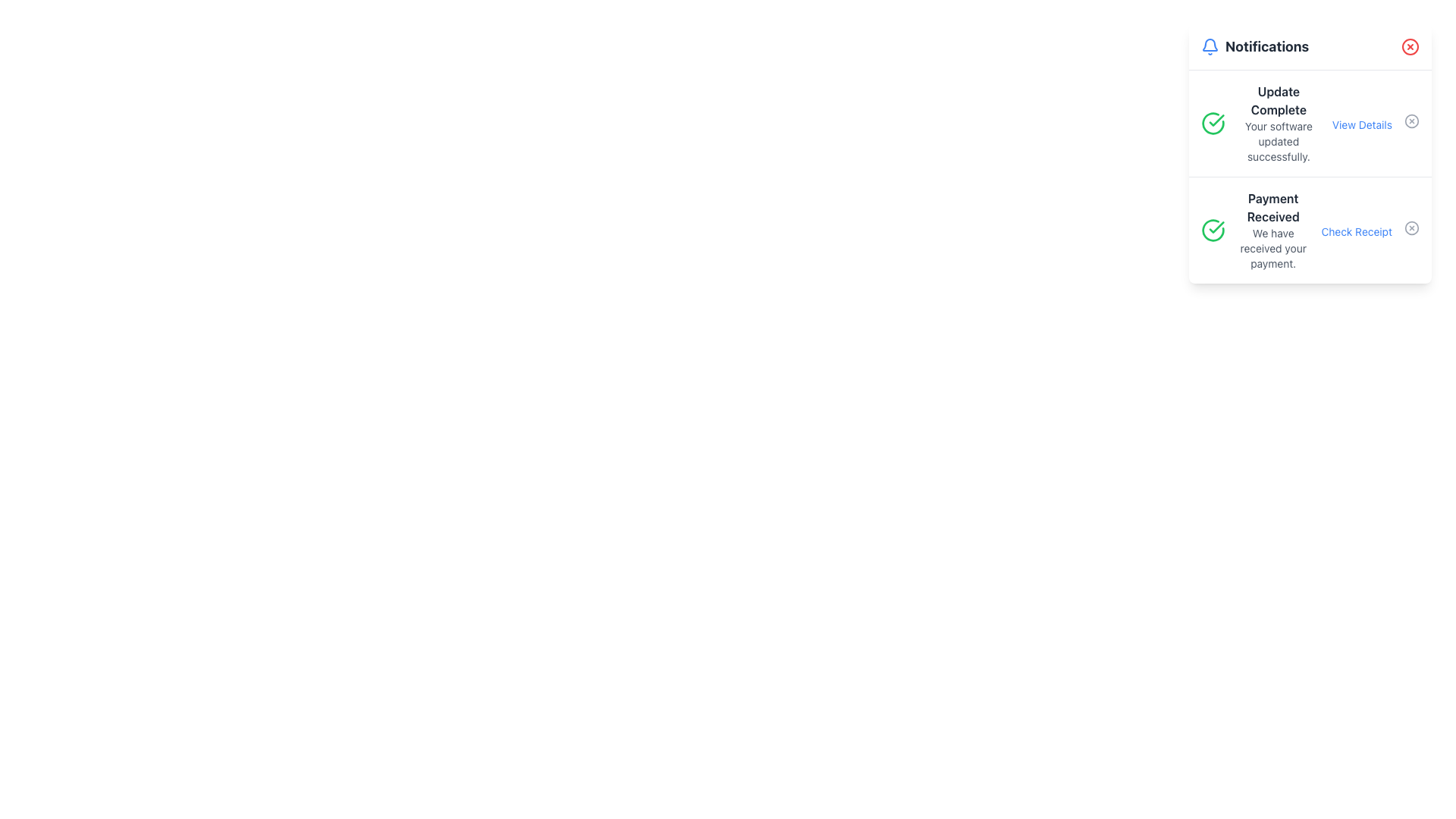 The width and height of the screenshot is (1456, 819). Describe the element at coordinates (1210, 44) in the screenshot. I see `the blue stylized bell icon located in the upper left area of the notification panel header` at that location.